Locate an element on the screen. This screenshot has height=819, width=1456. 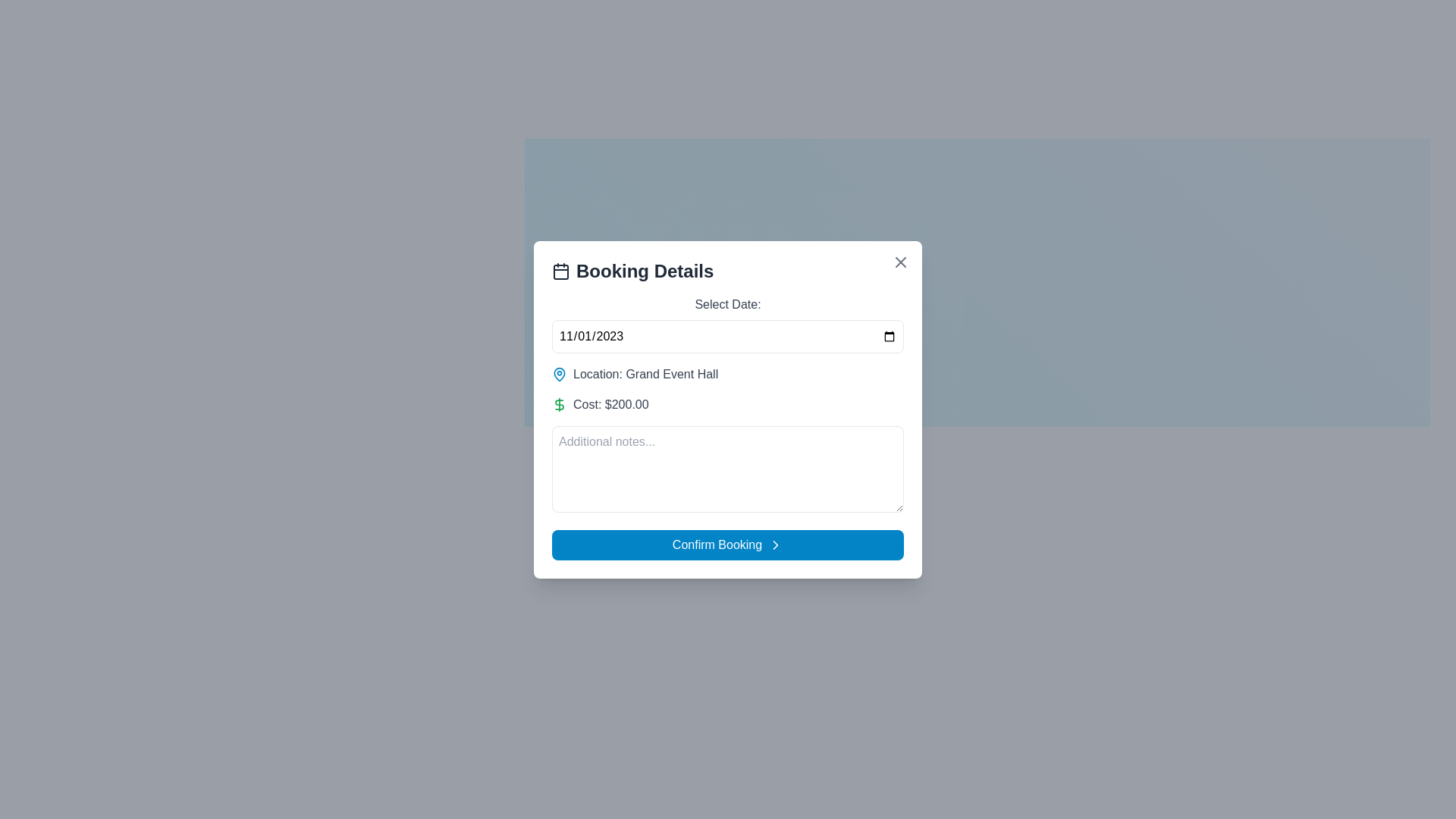
the text label reading 'Select Date:' which is situated at the top of the booking details form, above the date input field is located at coordinates (728, 304).